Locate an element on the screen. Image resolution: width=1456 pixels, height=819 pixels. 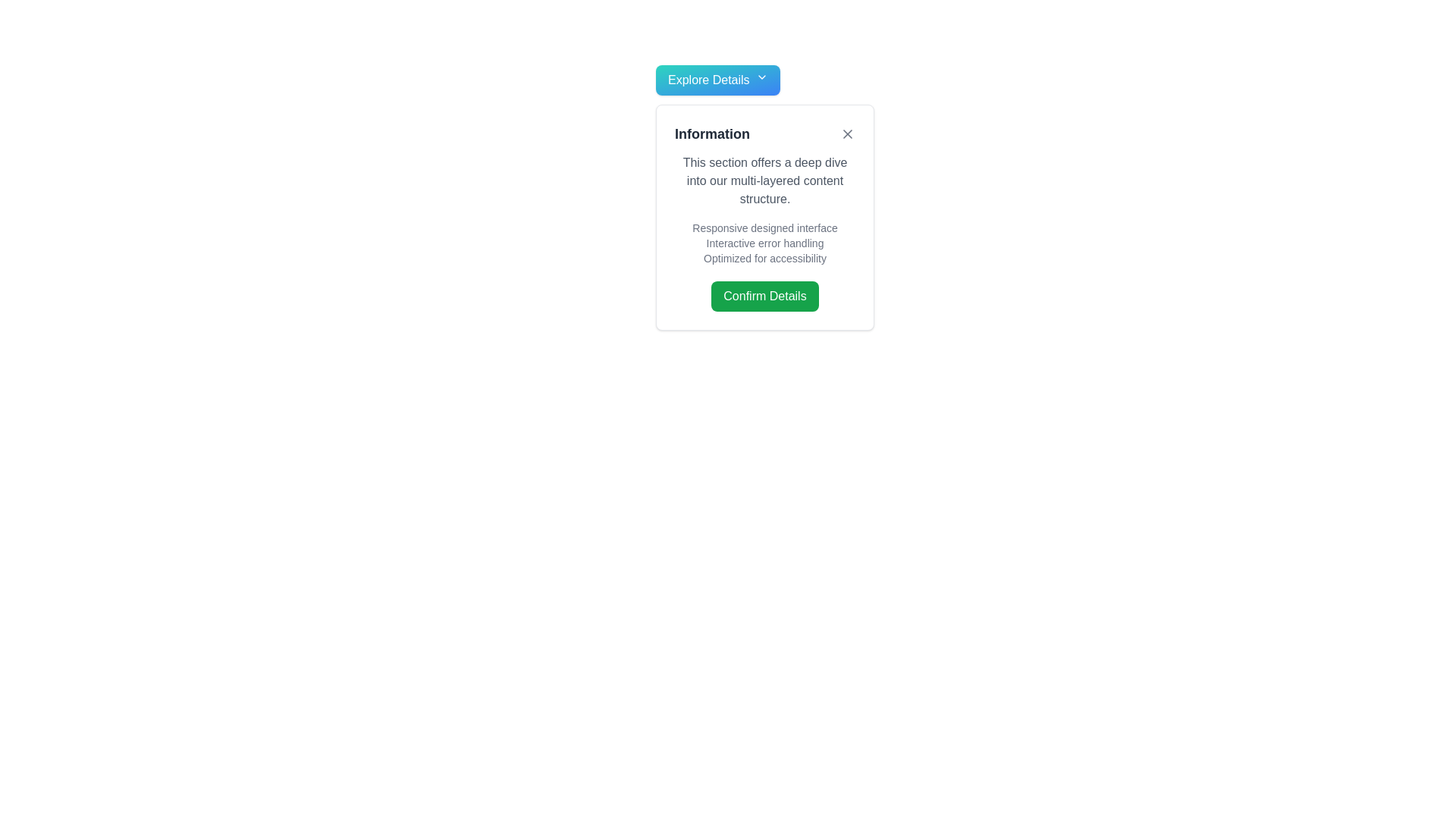
the static text label that provides information about a specific feature of the application is located at coordinates (764, 227).